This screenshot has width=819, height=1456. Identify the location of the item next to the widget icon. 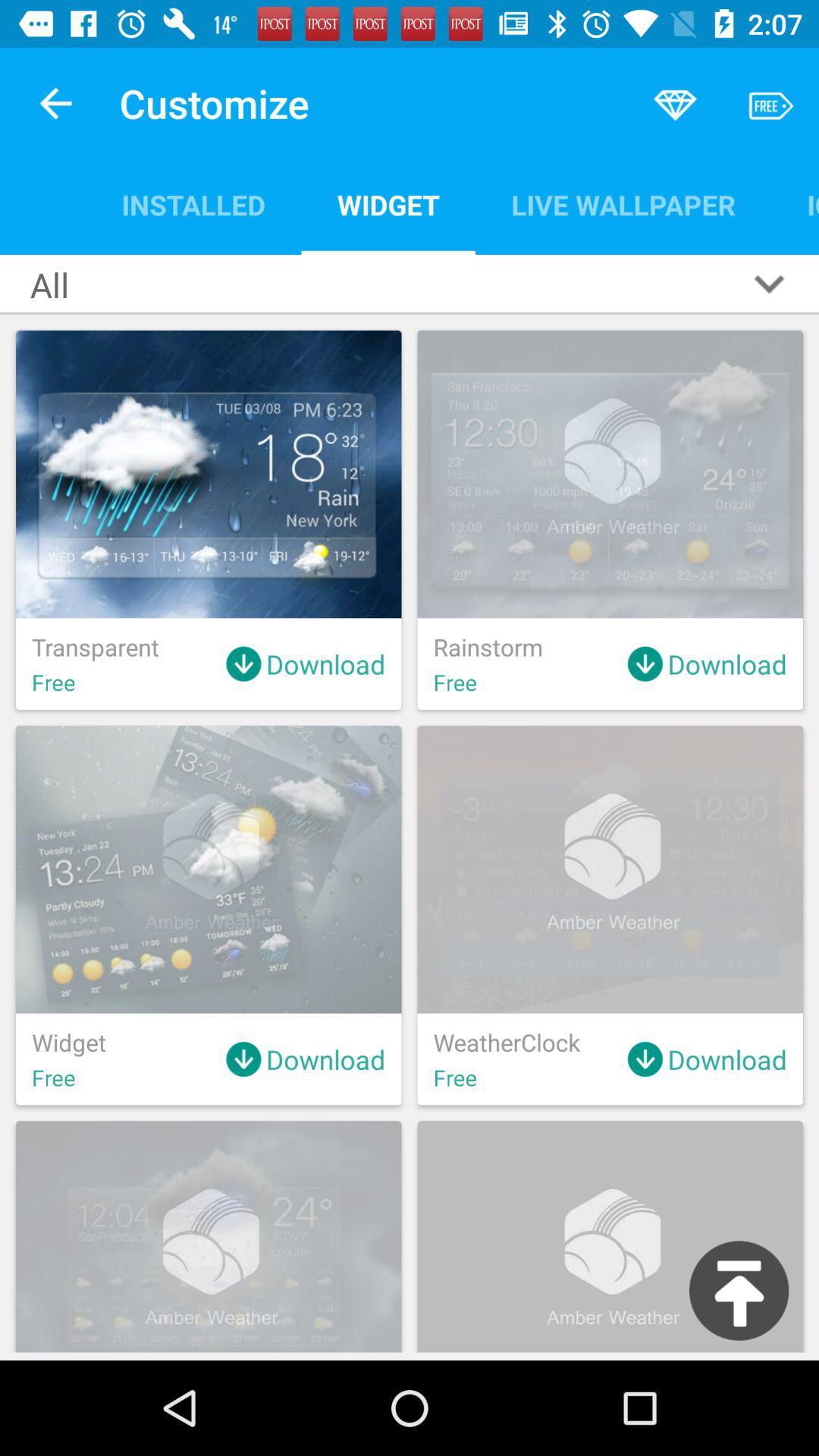
(193, 204).